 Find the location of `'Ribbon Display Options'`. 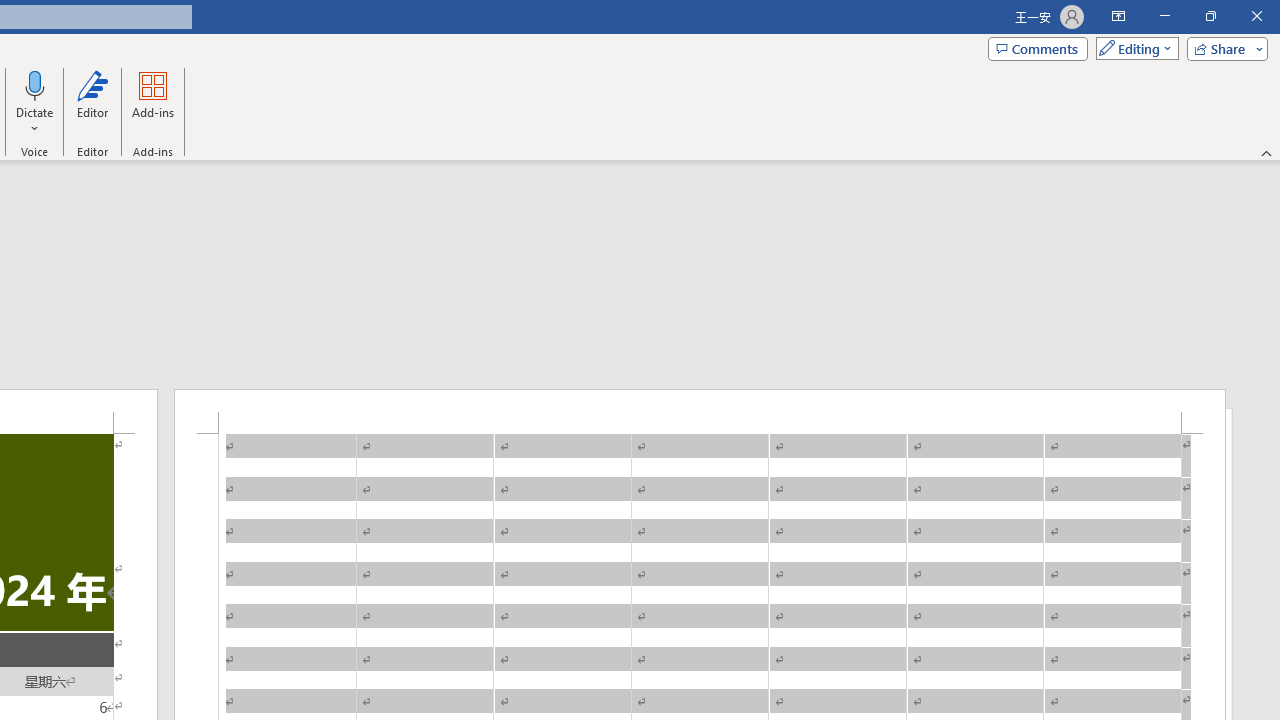

'Ribbon Display Options' is located at coordinates (1117, 16).